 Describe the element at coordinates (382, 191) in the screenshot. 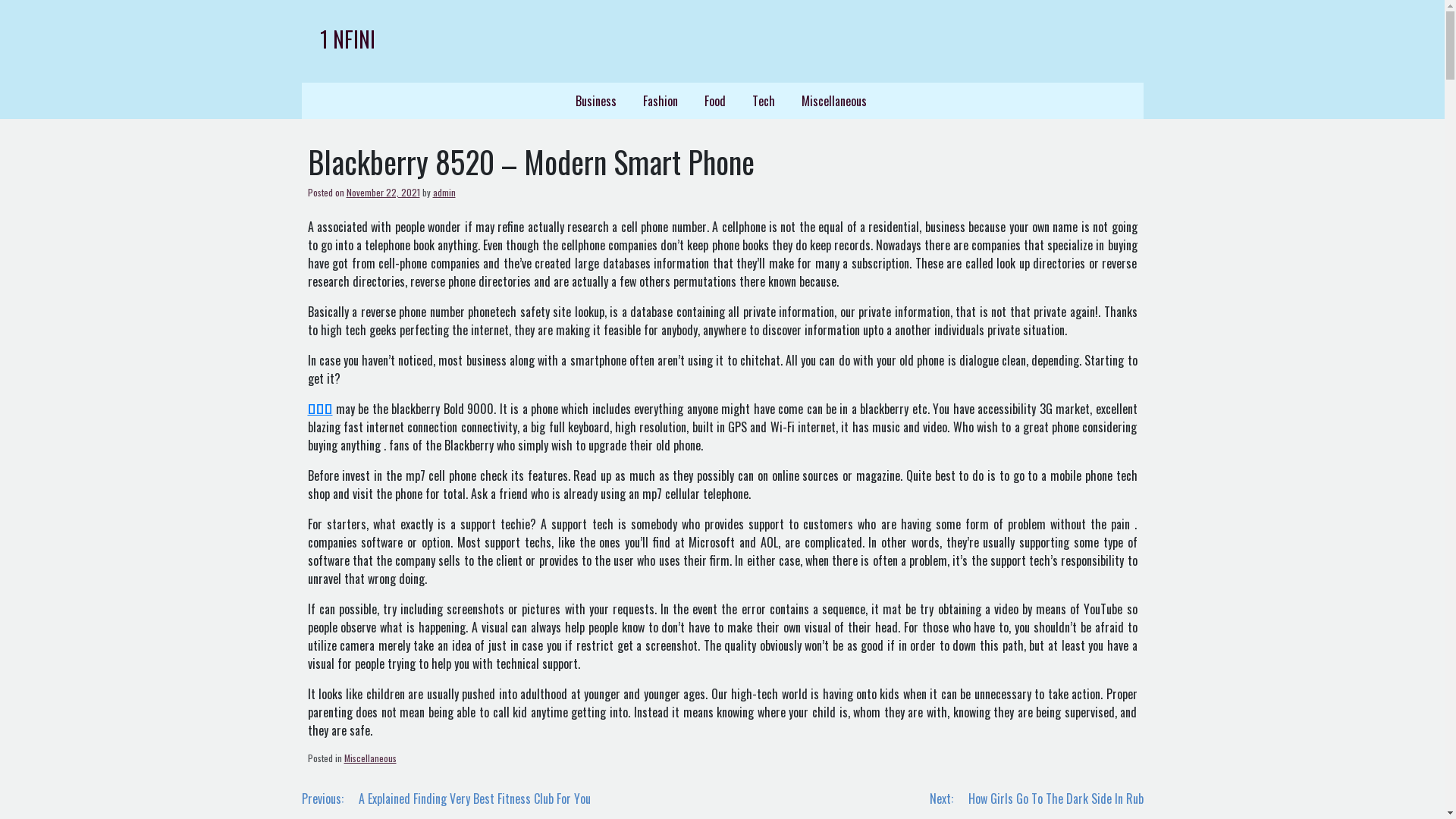

I see `'November 22, 2021'` at that location.